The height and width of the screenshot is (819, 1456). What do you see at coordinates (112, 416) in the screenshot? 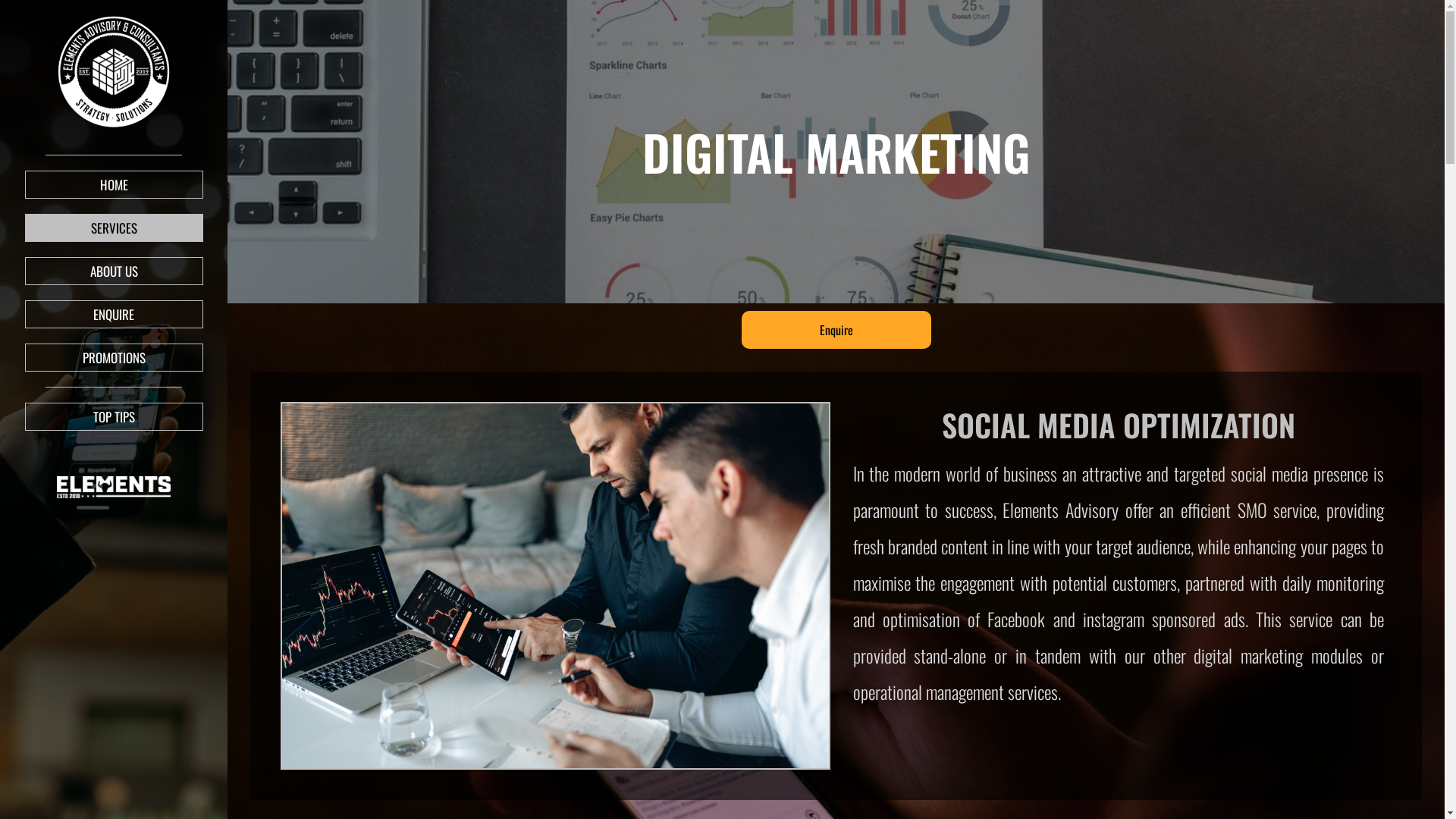
I see `'TOP TIPS'` at bounding box center [112, 416].